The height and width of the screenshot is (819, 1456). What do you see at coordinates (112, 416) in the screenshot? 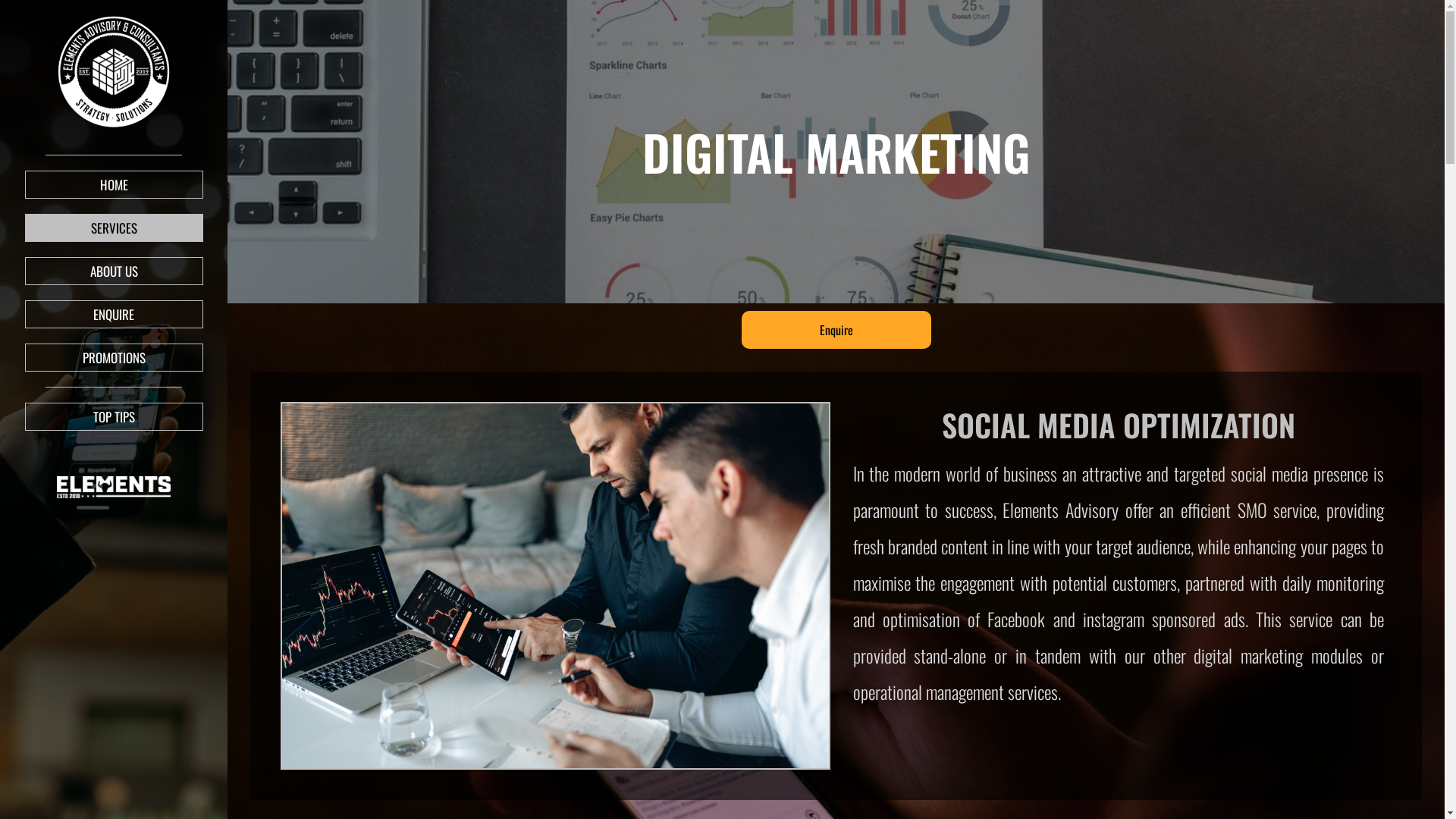
I see `'TOP TIPS'` at bounding box center [112, 416].